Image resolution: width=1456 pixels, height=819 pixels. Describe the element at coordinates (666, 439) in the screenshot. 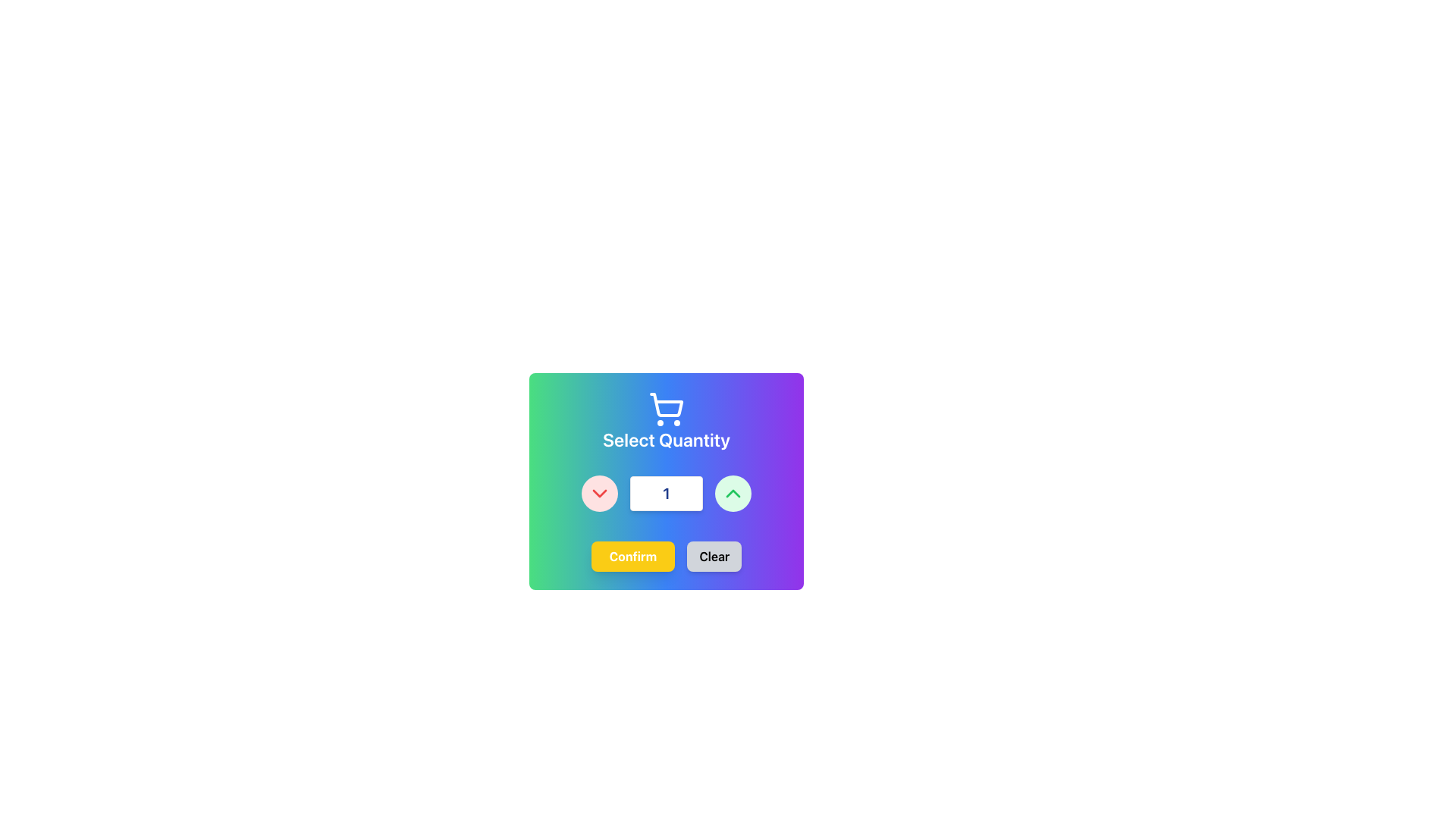

I see `text displayed in the 'Select Quantity' label, which is bold and white, located in the top-center of the dialog box` at that location.